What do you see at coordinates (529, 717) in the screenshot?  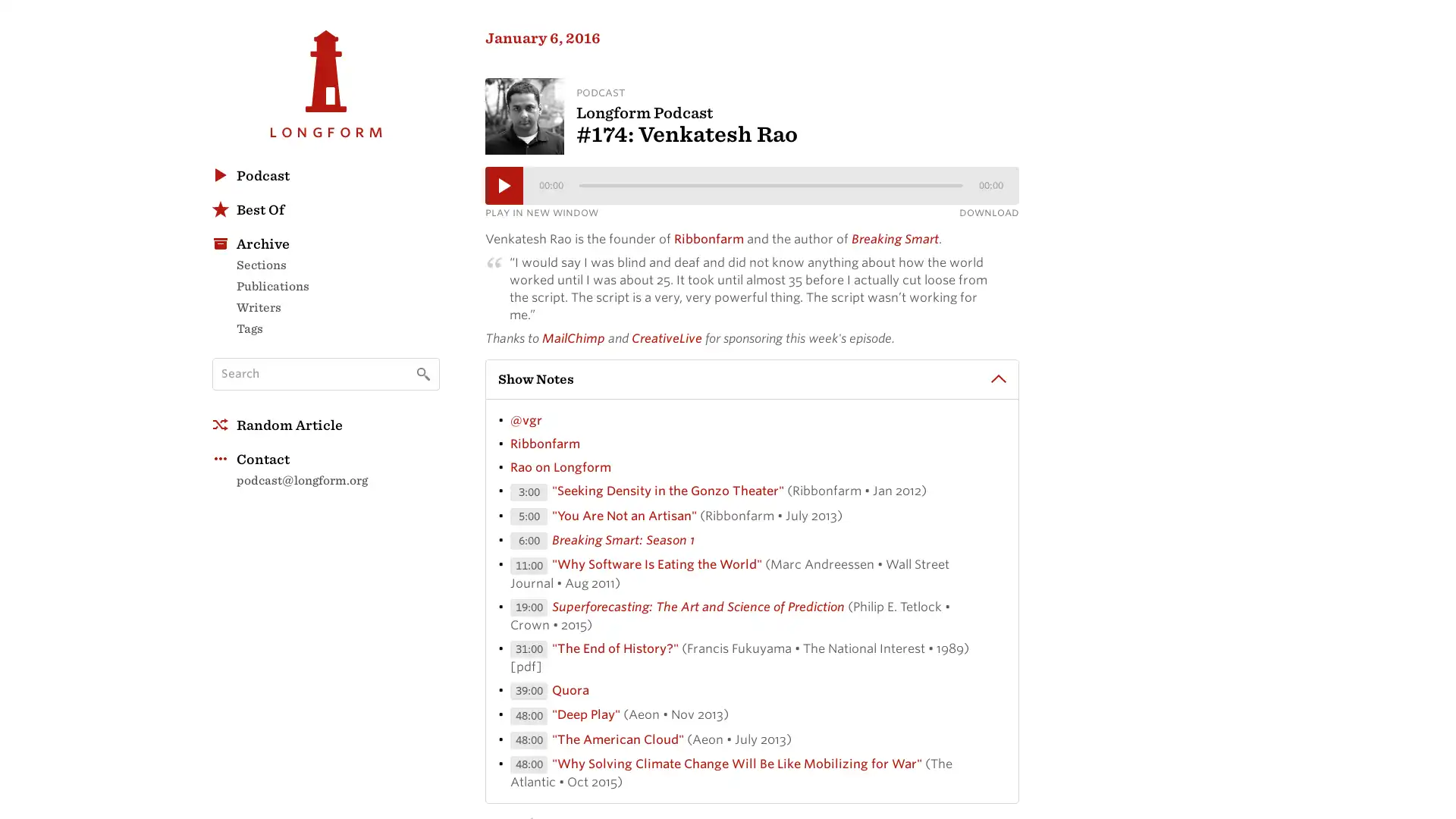 I see `48:00` at bounding box center [529, 717].